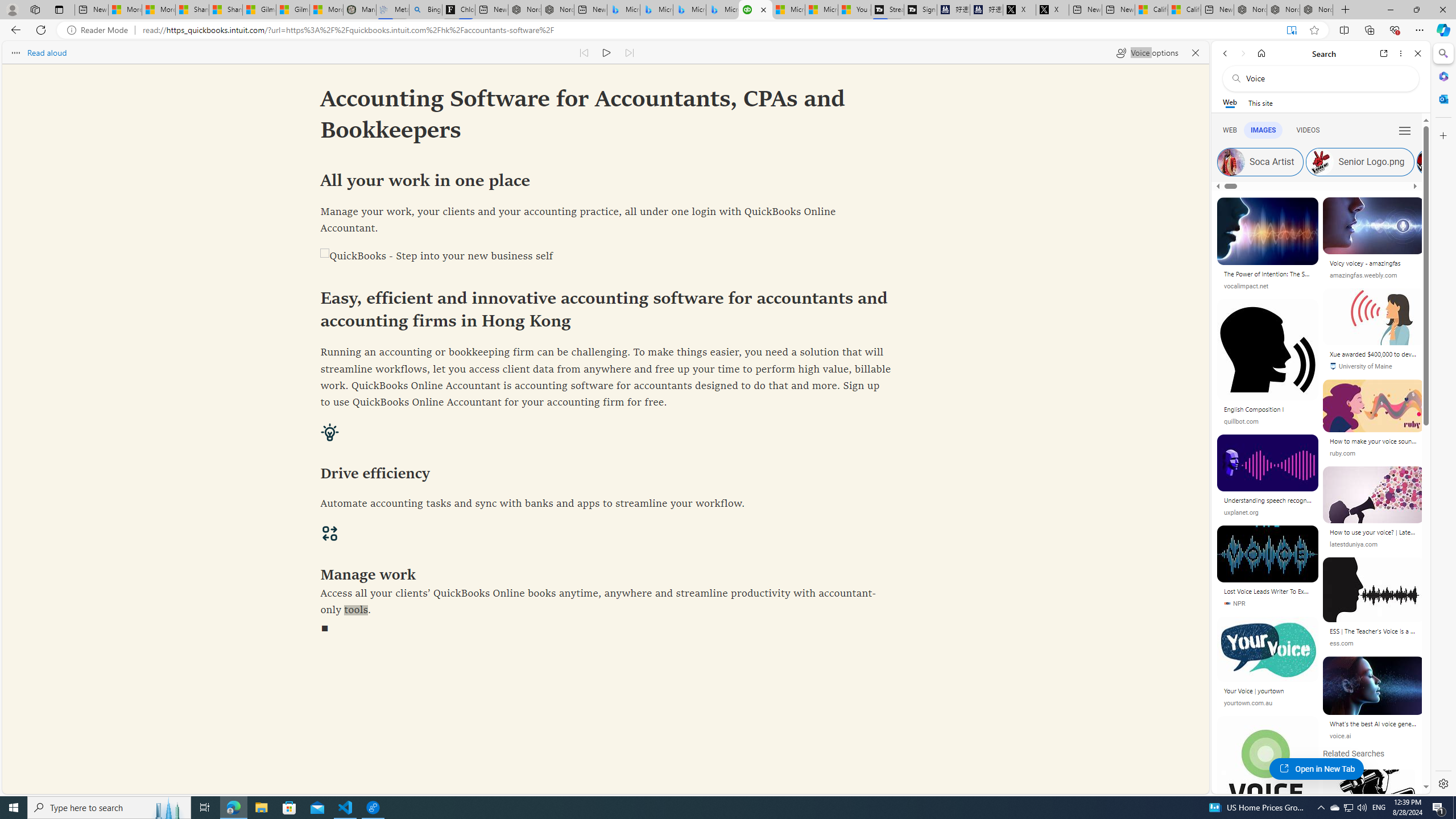 This screenshot has width=1456, height=819. What do you see at coordinates (1442, 783) in the screenshot?
I see `'Settings'` at bounding box center [1442, 783].